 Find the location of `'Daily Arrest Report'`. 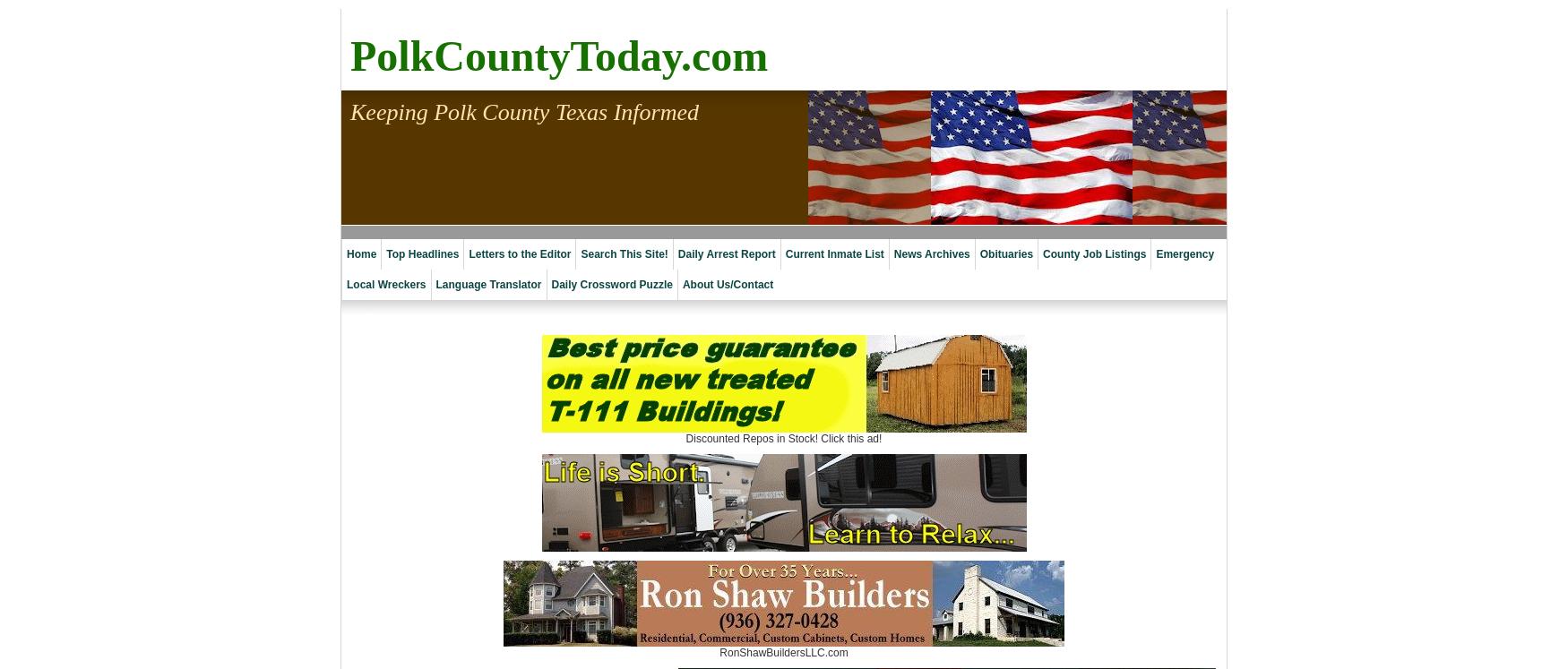

'Daily Arrest Report' is located at coordinates (725, 254).